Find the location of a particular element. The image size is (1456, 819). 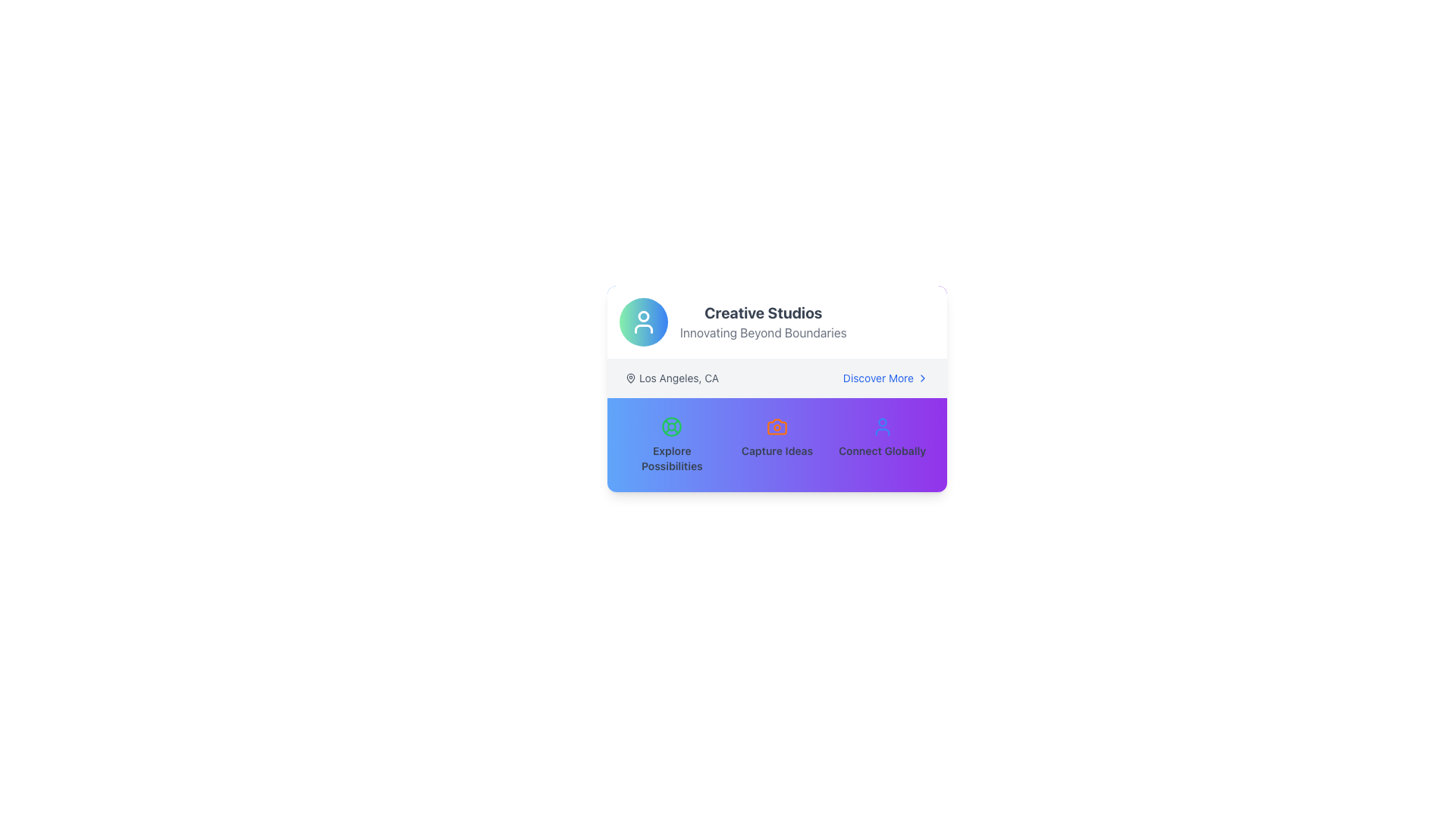

the Text Link with Icon located to the right of 'Los Angeles, CA' is located at coordinates (886, 377).